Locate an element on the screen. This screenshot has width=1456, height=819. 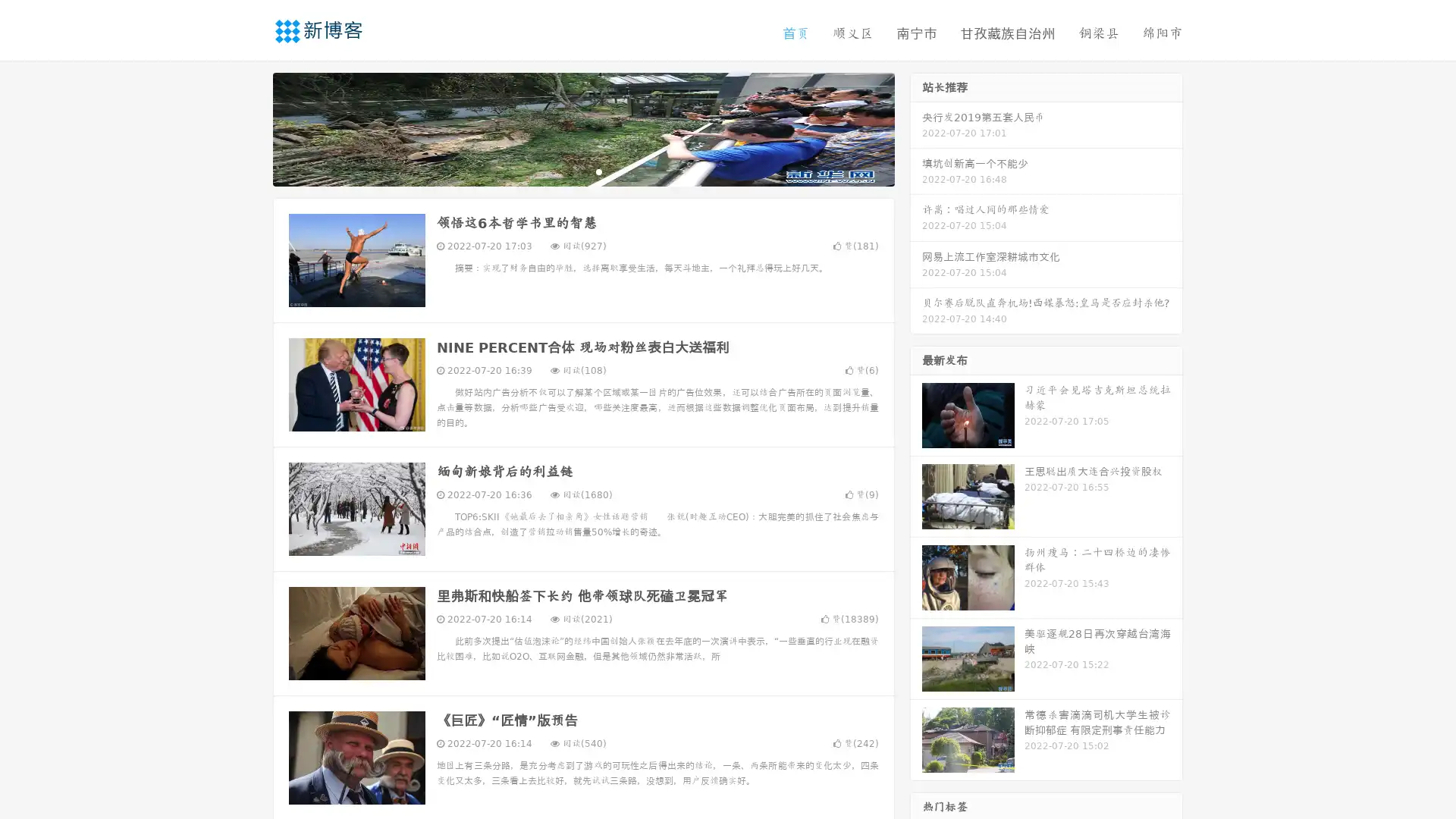
Next slide is located at coordinates (916, 127).